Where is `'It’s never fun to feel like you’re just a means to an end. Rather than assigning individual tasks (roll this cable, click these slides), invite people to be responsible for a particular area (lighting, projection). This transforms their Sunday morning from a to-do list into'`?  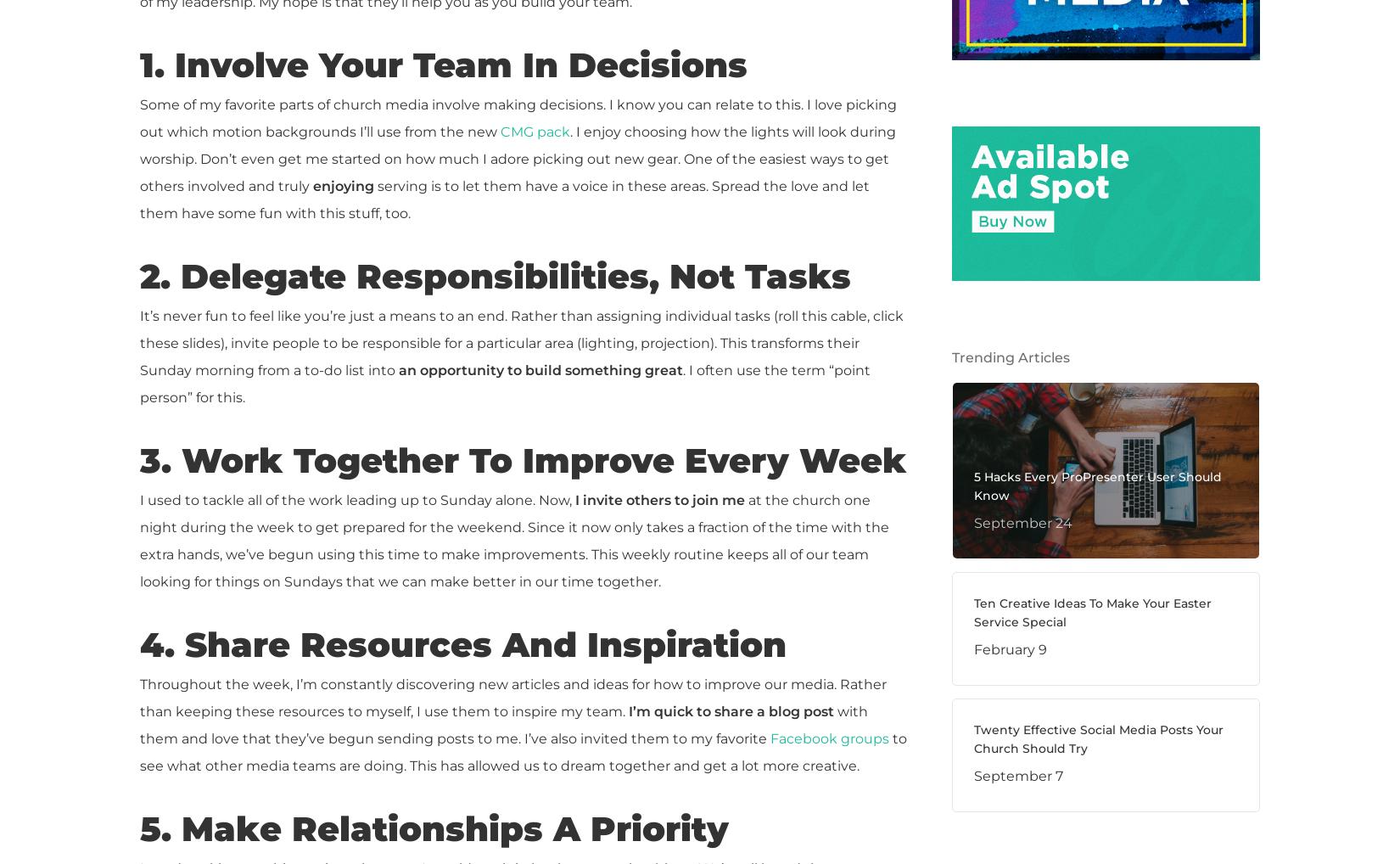
'It’s never fun to feel like you’re just a means to an end. Rather than assigning individual tasks (roll this cable, click these slides), invite people to be responsible for a particular area (lighting, projection). This transforms their Sunday morning from a to-do list into' is located at coordinates (140, 343).